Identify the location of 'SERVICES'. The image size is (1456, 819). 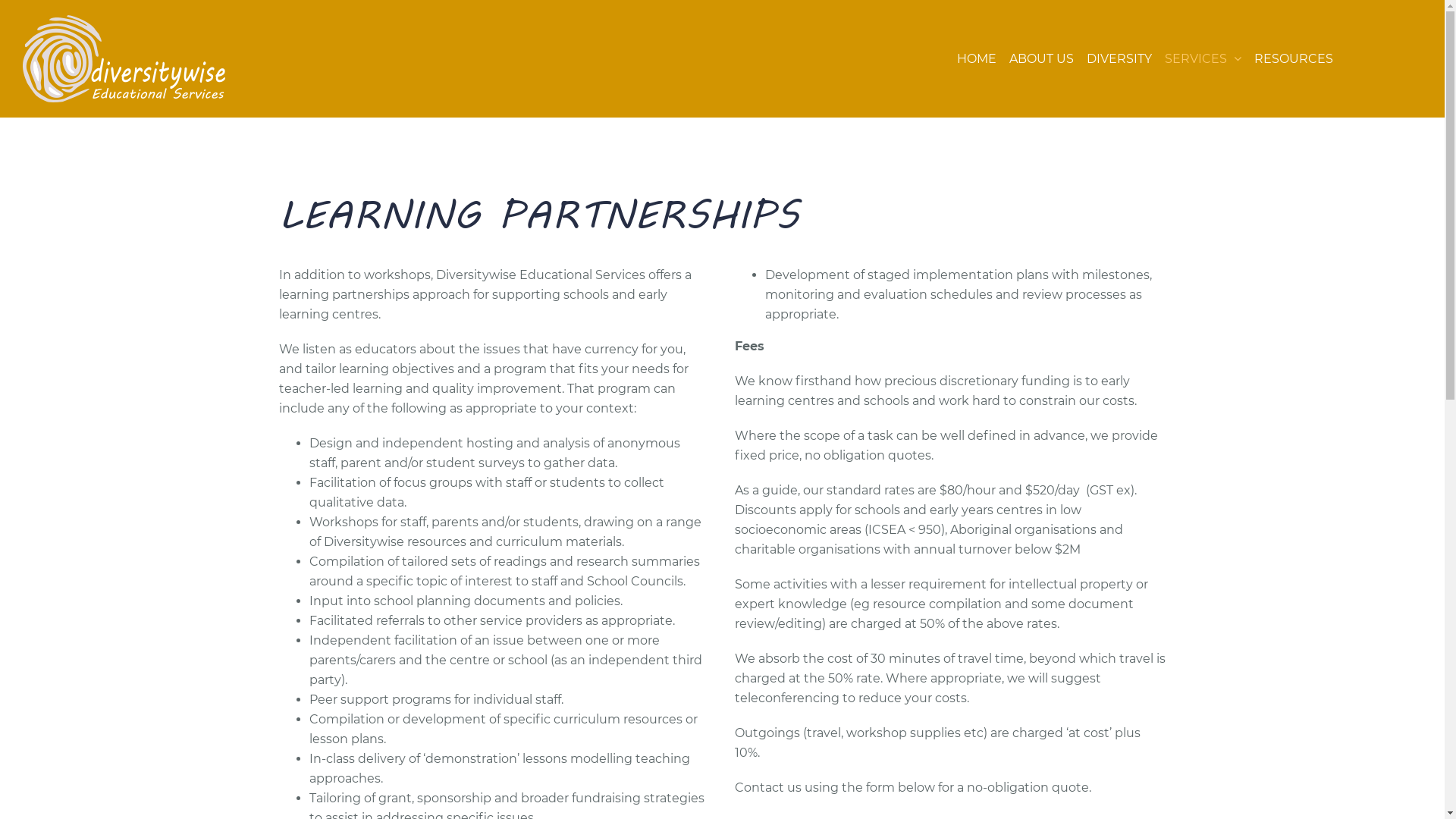
(1164, 58).